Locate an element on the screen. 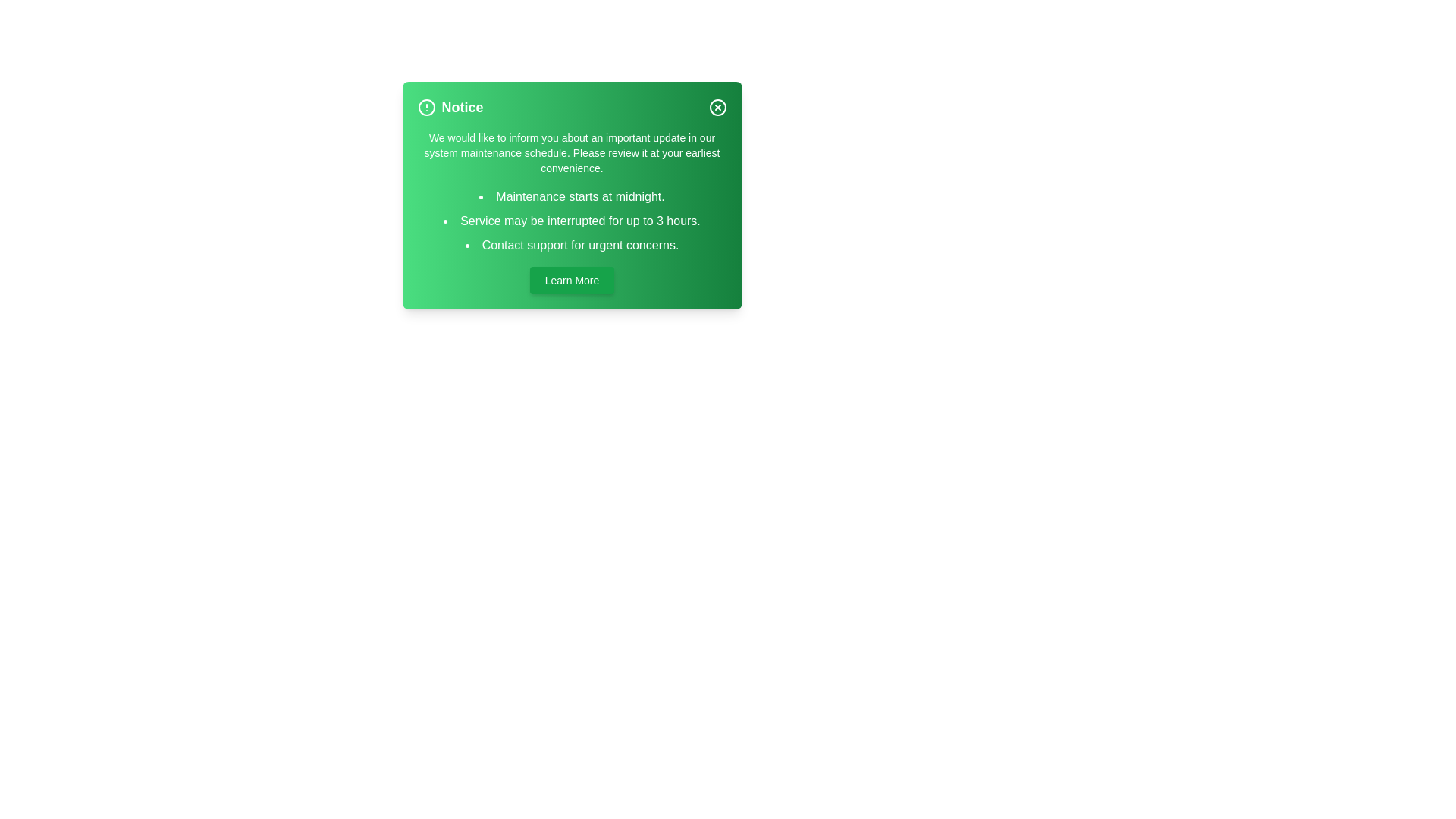 The width and height of the screenshot is (1456, 819). the first item in the vertical bulleted list that conveys an informational message about system maintenance updates, located within a green modal box is located at coordinates (571, 196).